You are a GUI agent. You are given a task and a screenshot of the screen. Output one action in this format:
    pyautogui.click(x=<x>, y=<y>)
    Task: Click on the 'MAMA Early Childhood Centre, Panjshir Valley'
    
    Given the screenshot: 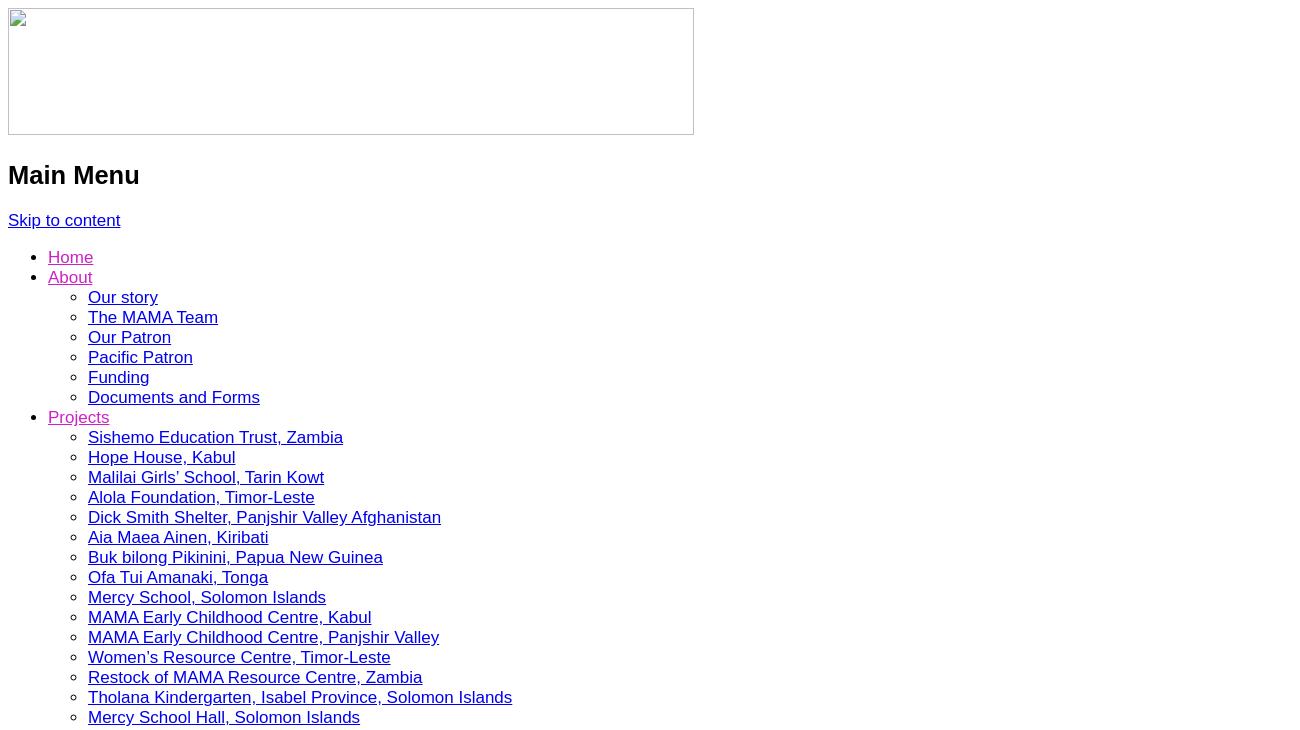 What is the action you would take?
    pyautogui.click(x=262, y=637)
    